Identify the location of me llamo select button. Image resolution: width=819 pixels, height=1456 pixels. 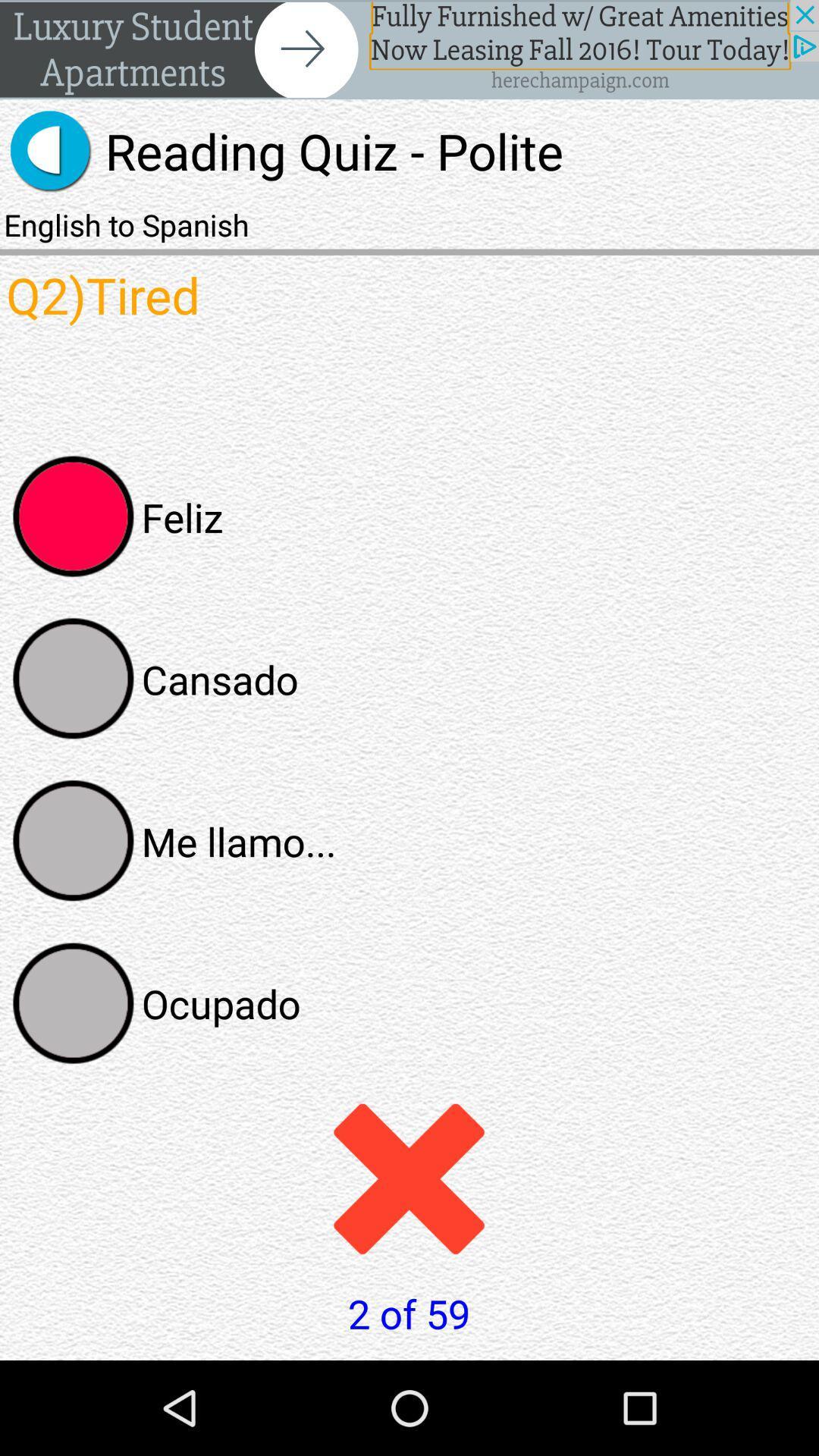
(74, 840).